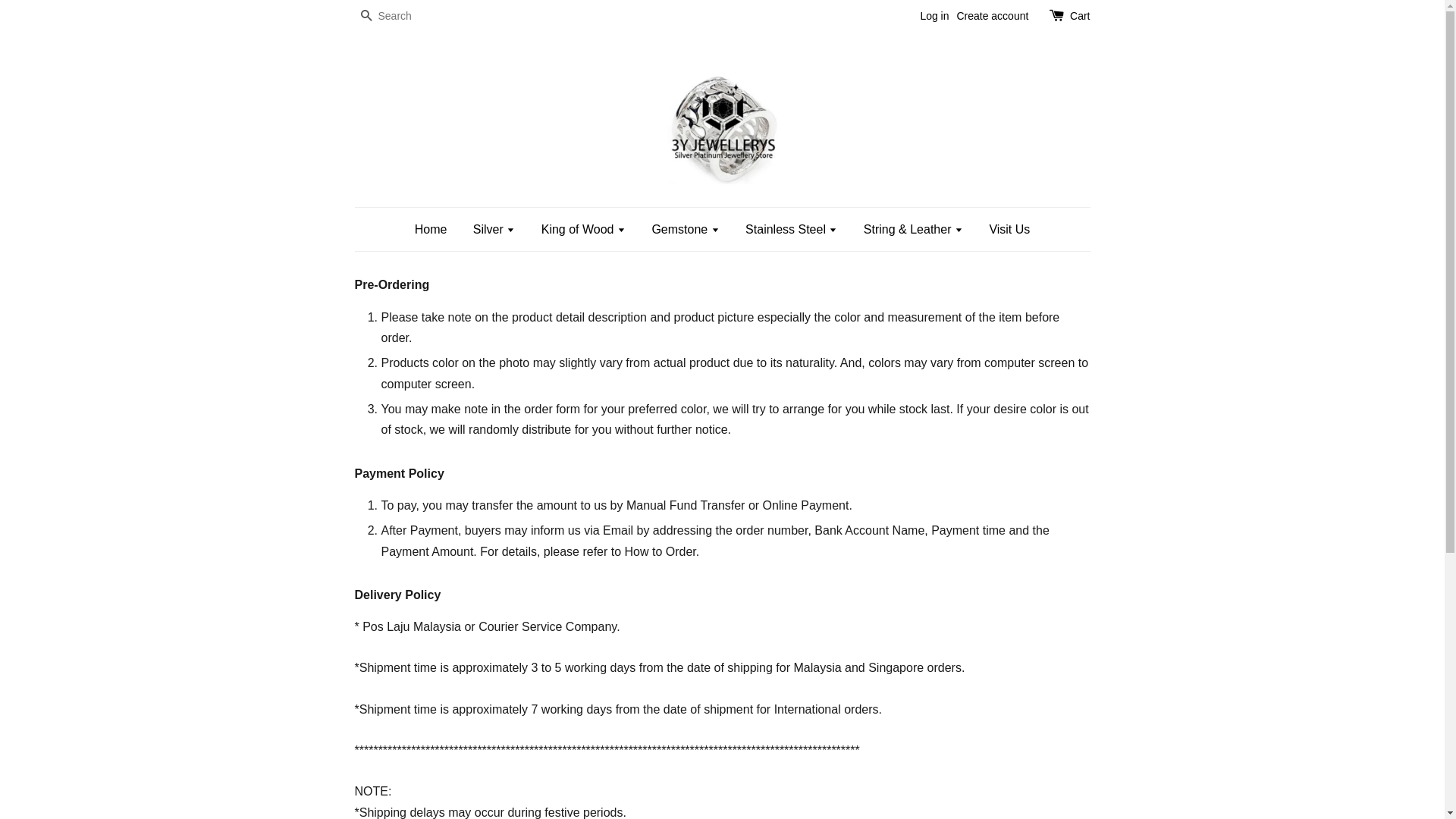 The image size is (1456, 819). Describe the element at coordinates (366, 17) in the screenshot. I see `'Search'` at that location.